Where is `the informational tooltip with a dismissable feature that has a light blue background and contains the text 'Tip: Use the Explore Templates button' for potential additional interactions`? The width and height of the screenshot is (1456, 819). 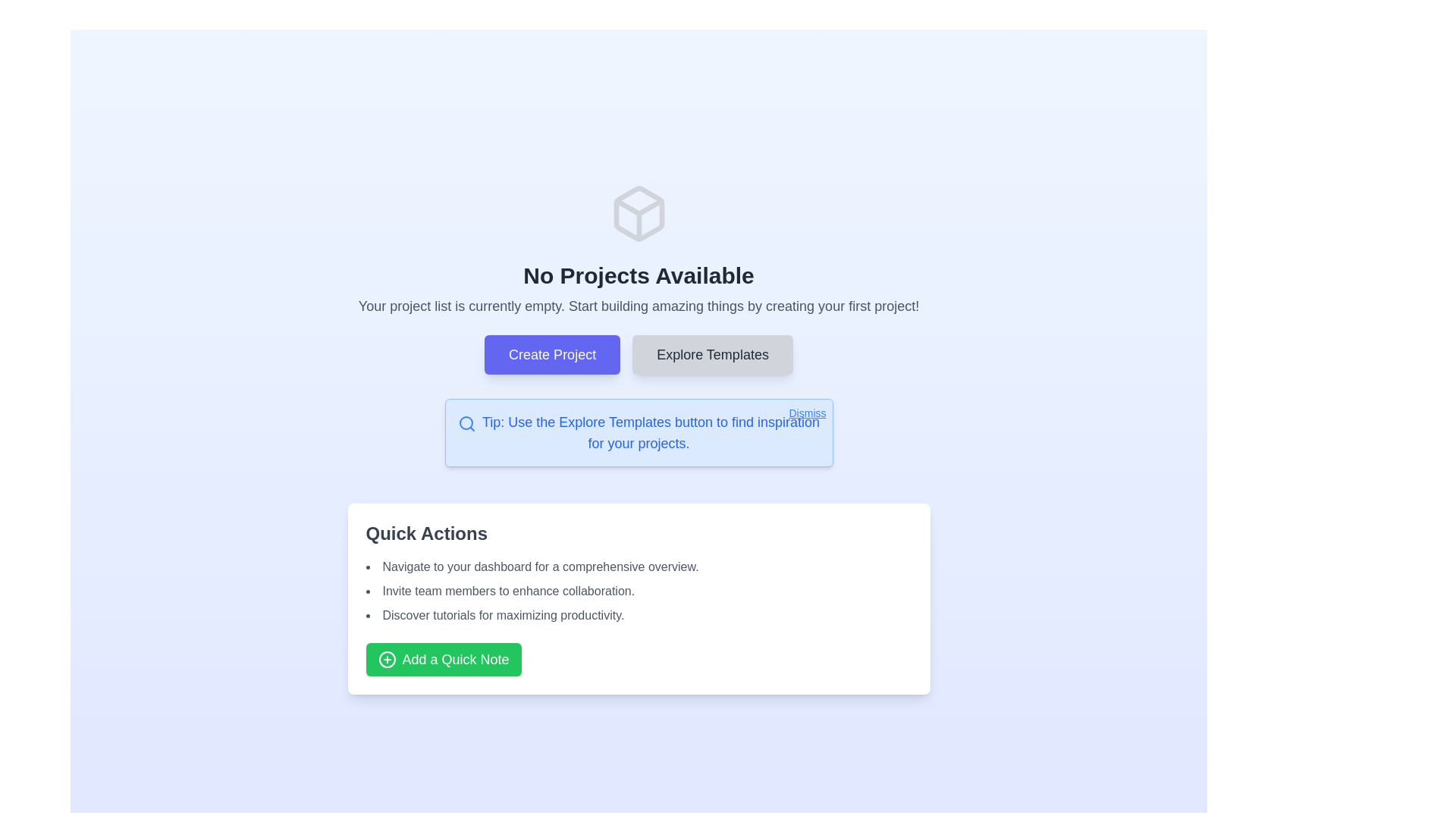 the informational tooltip with a dismissable feature that has a light blue background and contains the text 'Tip: Use the Explore Templates button' for potential additional interactions is located at coordinates (639, 432).